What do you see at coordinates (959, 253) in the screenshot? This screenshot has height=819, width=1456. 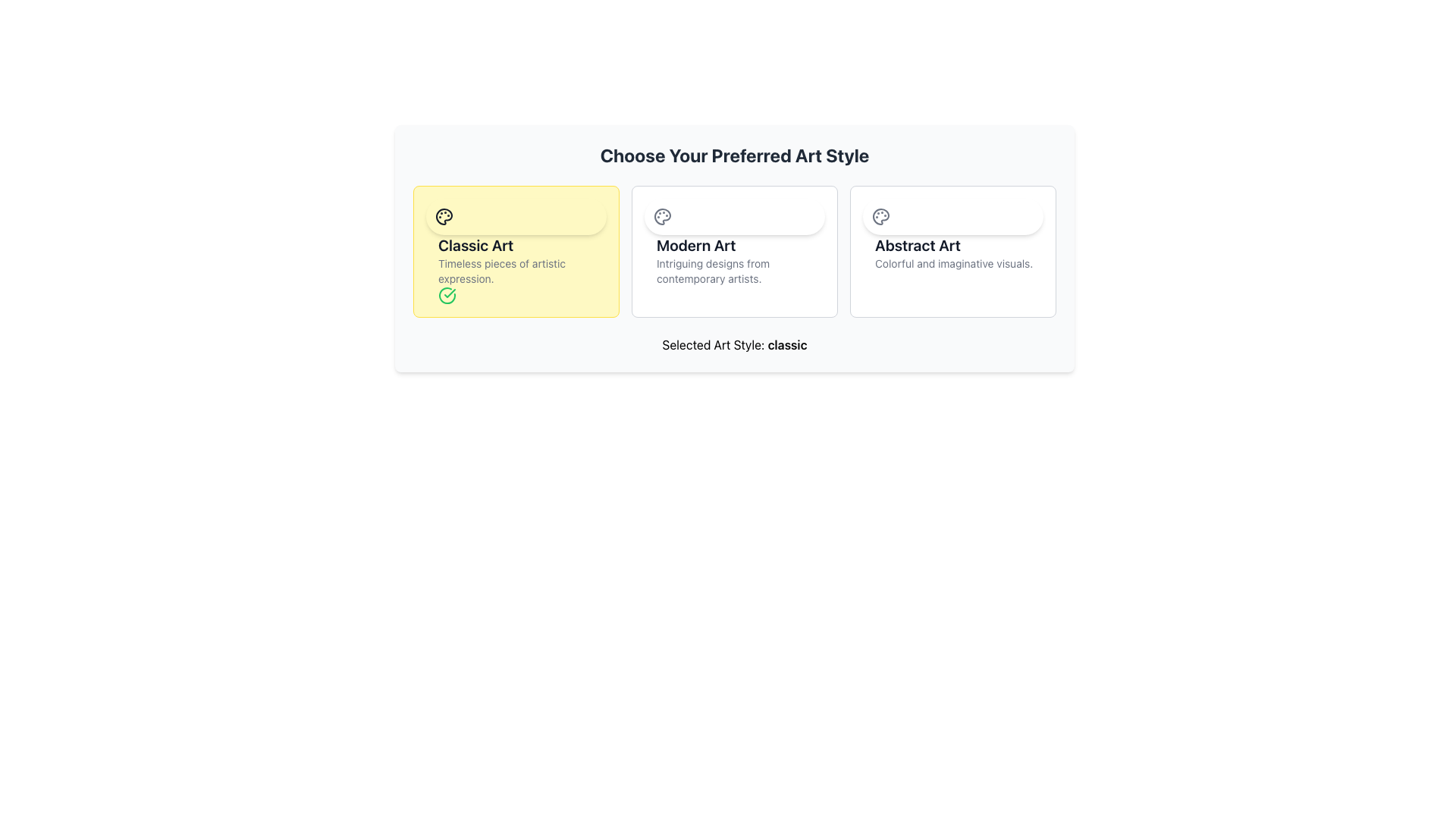 I see `the text display element featuring the title 'Abstract Art' and description 'Colorful and imaginative visuals.'` at bounding box center [959, 253].